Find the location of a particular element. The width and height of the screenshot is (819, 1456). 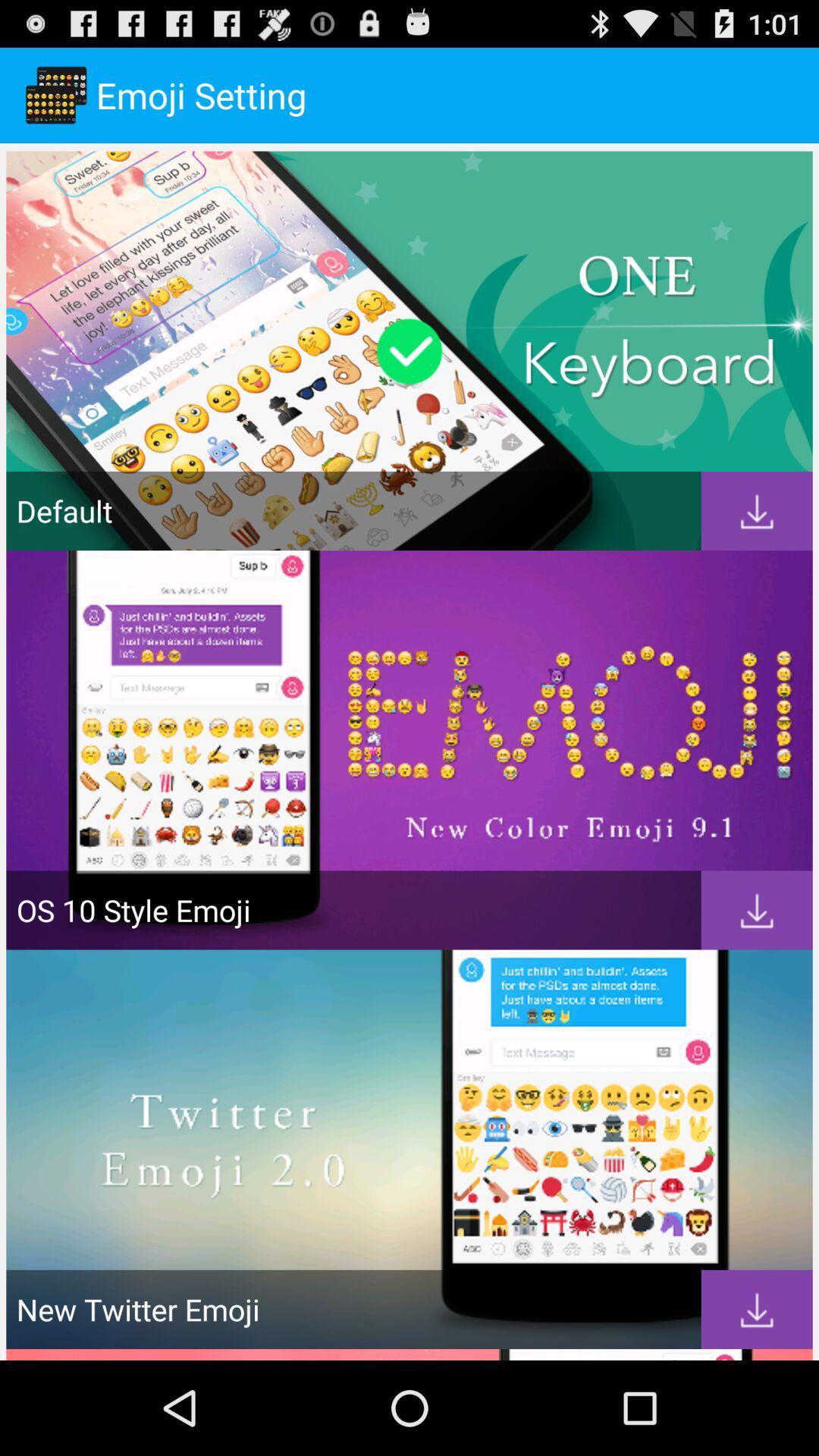

download button is located at coordinates (757, 1309).